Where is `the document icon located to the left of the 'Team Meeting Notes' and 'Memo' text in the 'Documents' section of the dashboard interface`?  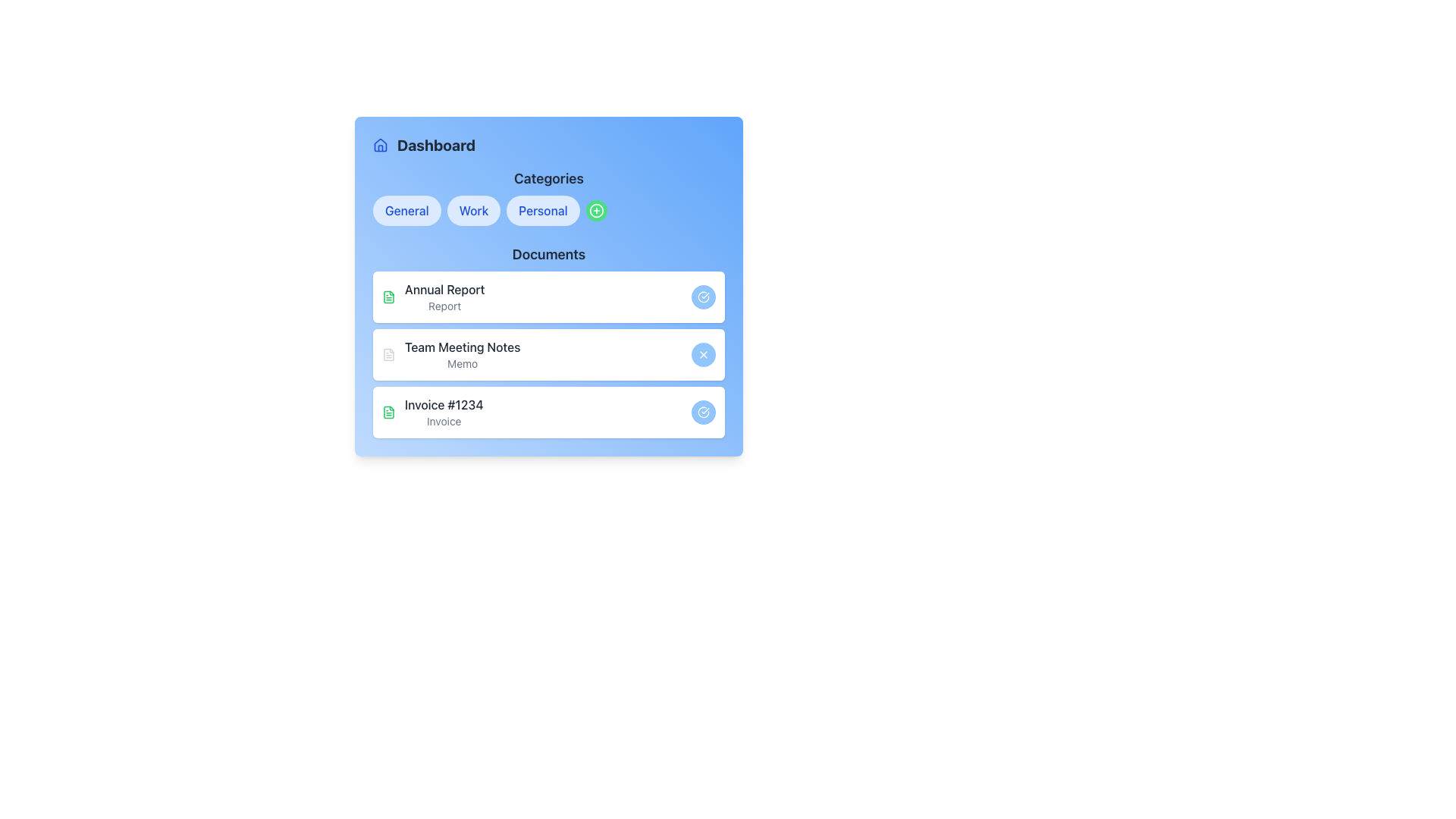
the document icon located to the left of the 'Team Meeting Notes' and 'Memo' text in the 'Documents' section of the dashboard interface is located at coordinates (389, 354).